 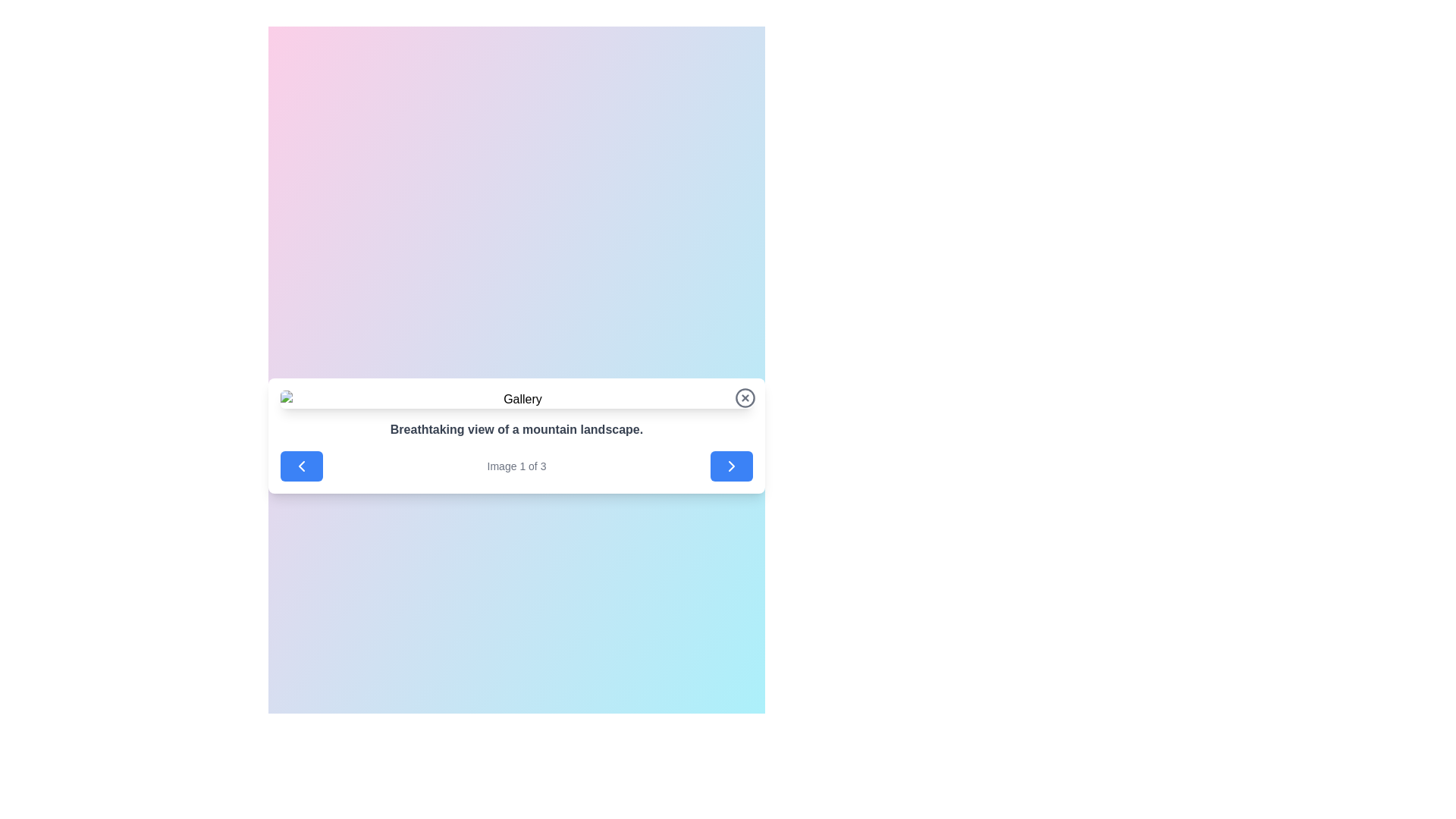 I want to click on the text label displaying 'Image 1 of 3', which is styled with a small-sized gray font and is centered within the gallery navigation section, so click(x=516, y=465).